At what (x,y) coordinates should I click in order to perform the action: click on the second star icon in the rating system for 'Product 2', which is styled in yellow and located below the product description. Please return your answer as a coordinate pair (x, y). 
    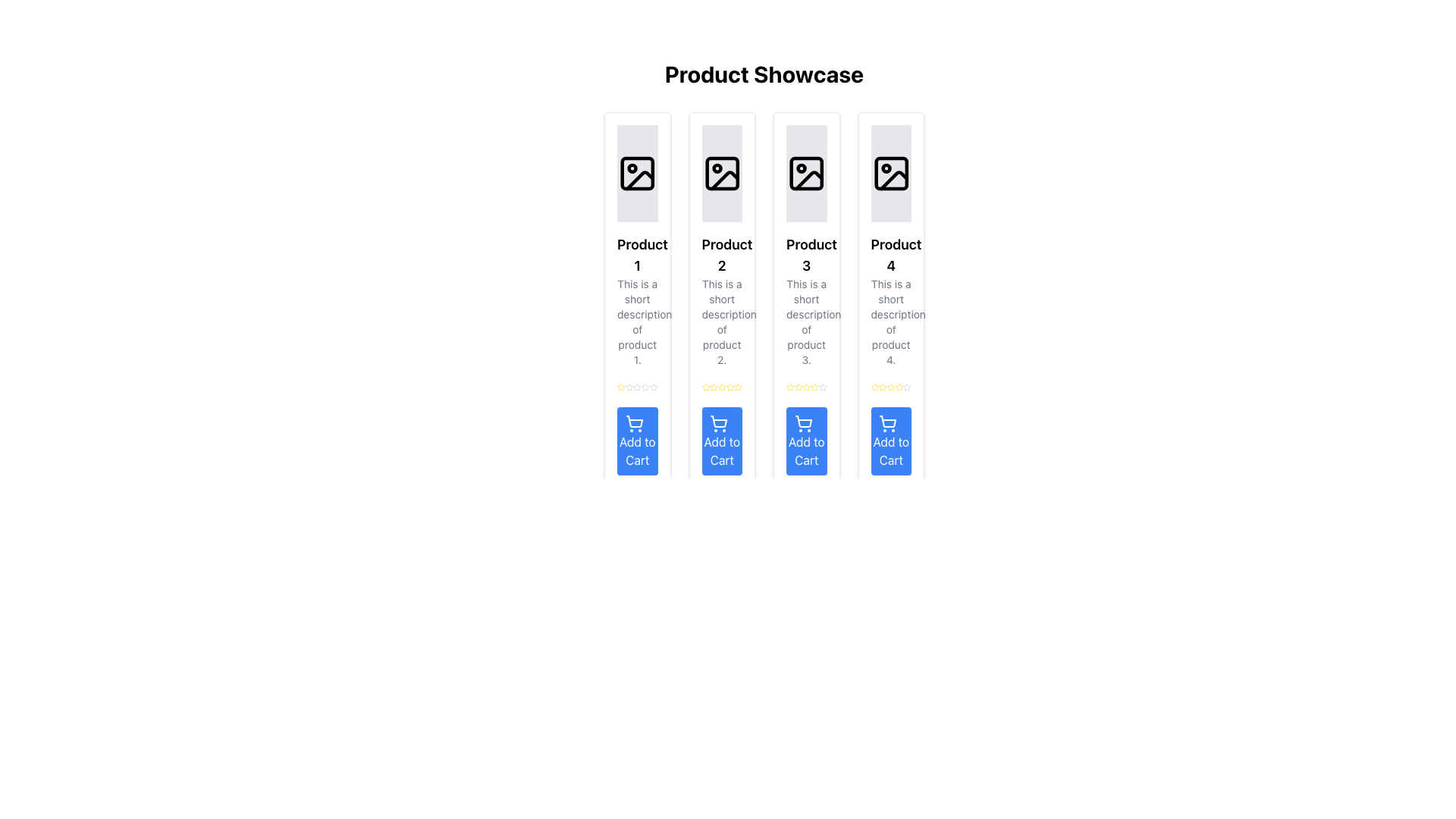
    Looking at the image, I should click on (721, 386).